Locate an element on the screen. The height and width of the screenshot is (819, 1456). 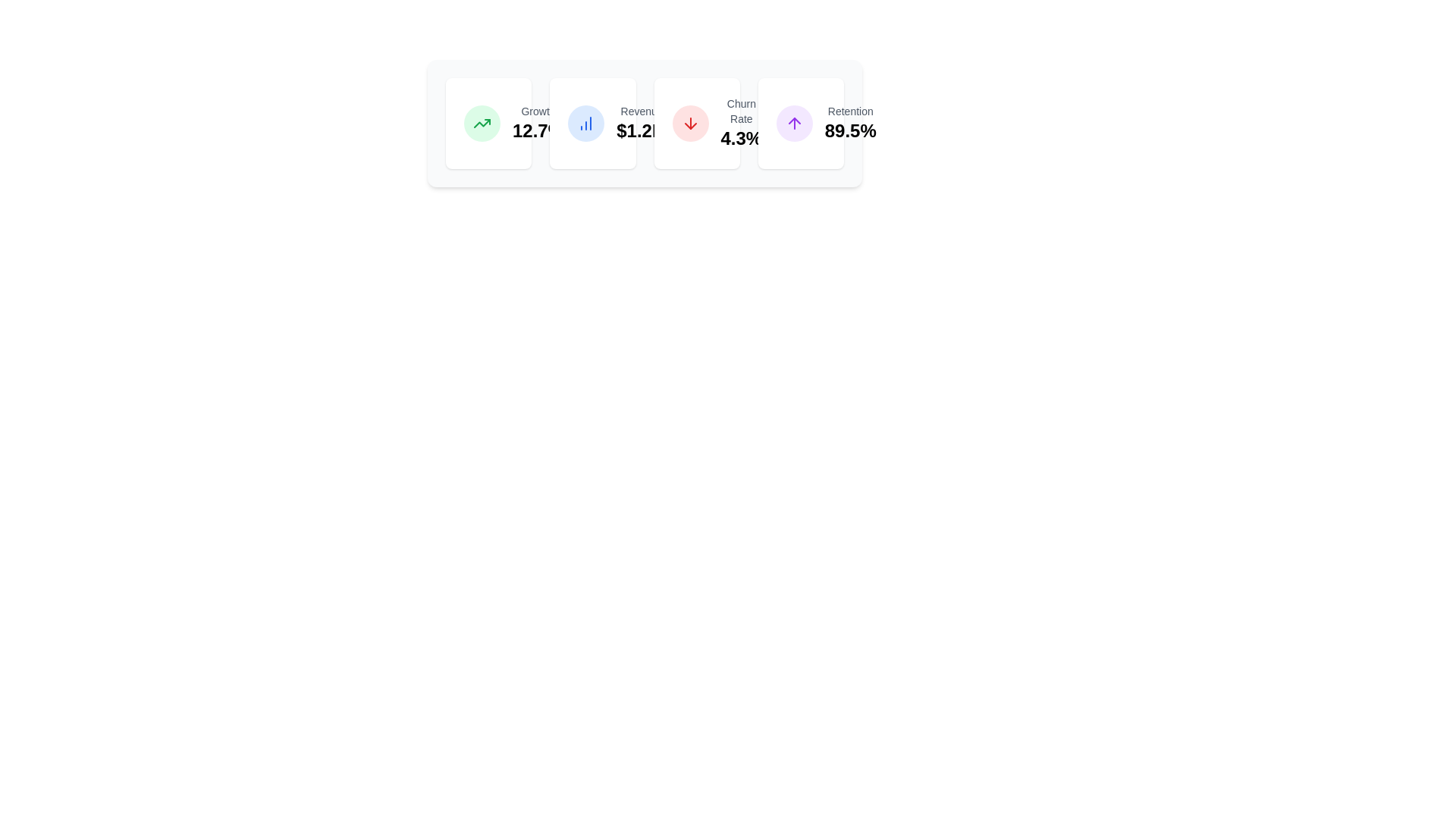
growth percentage value displayed as '12.7%' in a larger bold black font, located to the right of a green upward-trending arrow icon within the leftmost card is located at coordinates (538, 122).